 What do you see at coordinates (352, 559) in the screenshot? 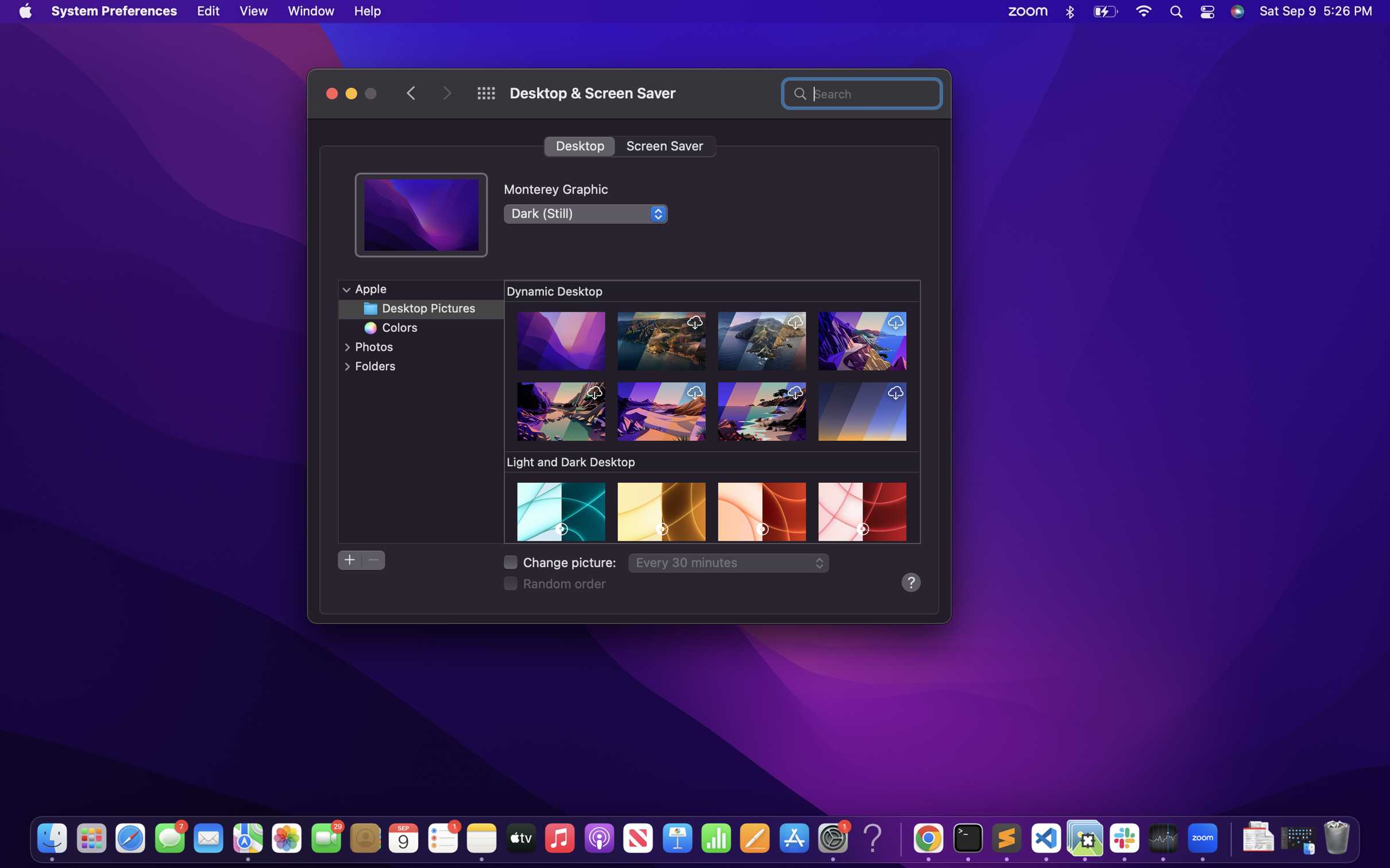
I see `Create a new directory` at bounding box center [352, 559].